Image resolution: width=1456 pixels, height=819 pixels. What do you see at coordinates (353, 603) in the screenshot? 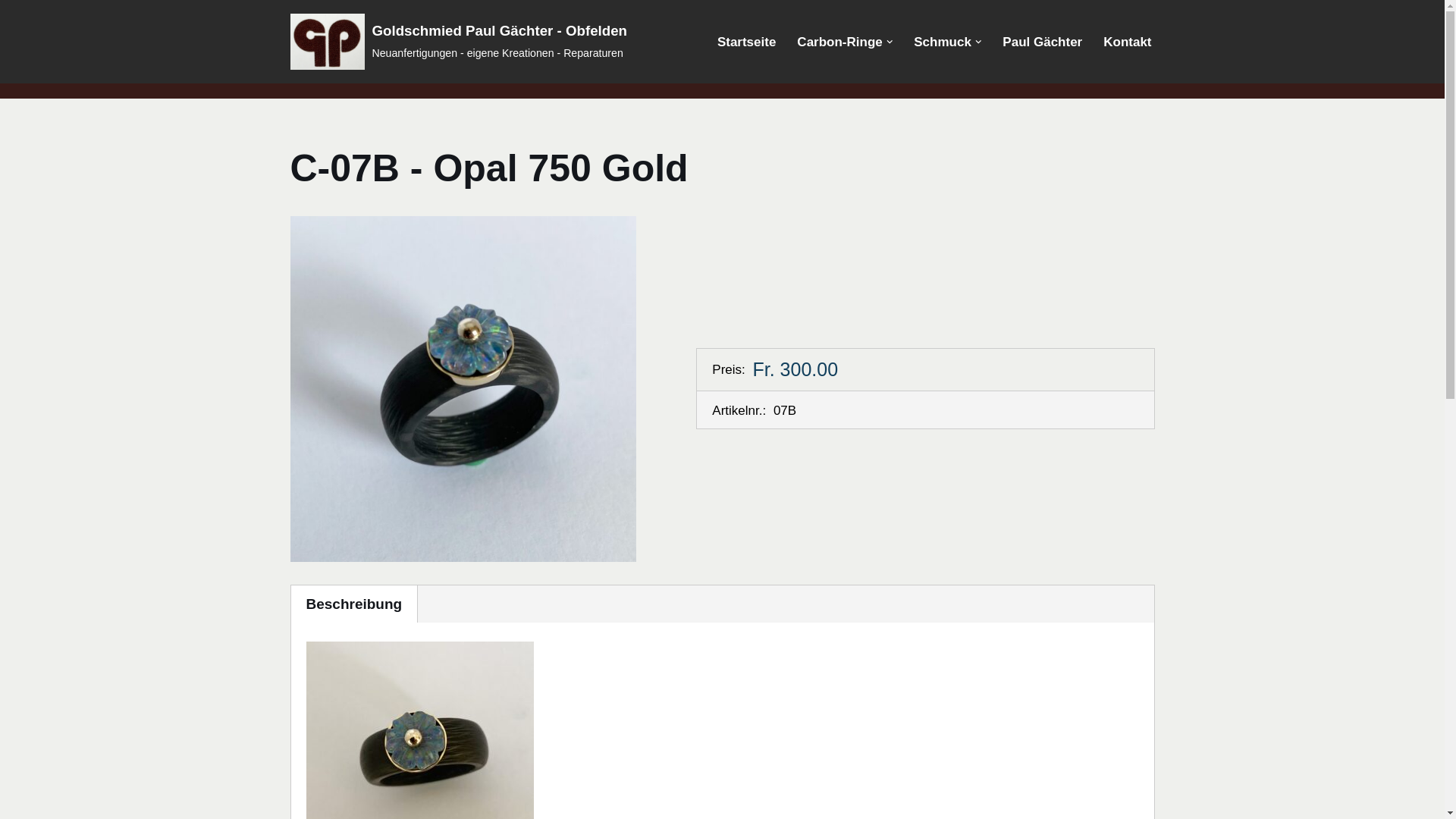
I see `'Beschreibung'` at bounding box center [353, 603].